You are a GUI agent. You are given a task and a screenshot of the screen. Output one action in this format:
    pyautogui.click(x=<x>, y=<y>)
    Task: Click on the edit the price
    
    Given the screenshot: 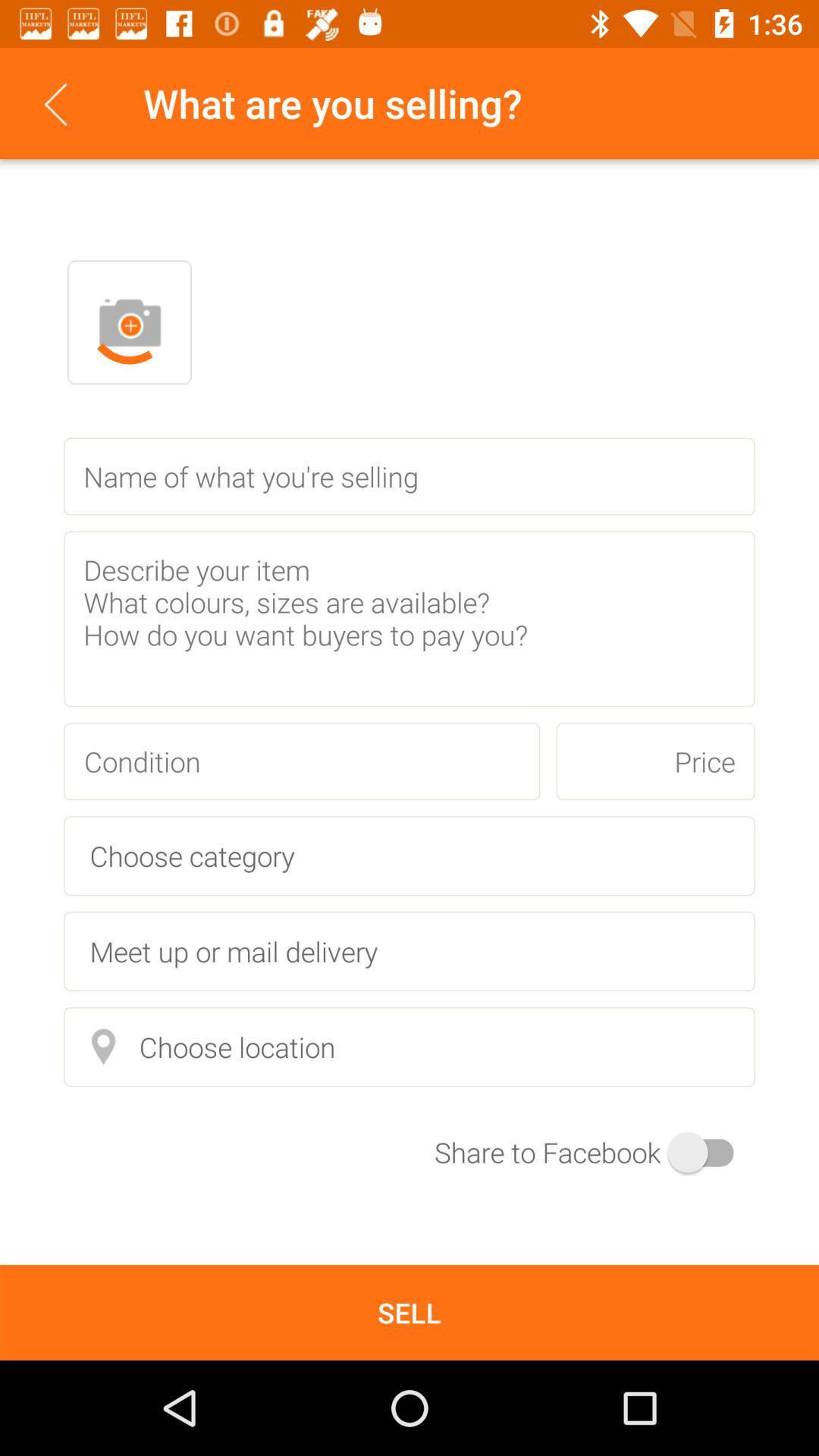 What is the action you would take?
    pyautogui.click(x=654, y=761)
    